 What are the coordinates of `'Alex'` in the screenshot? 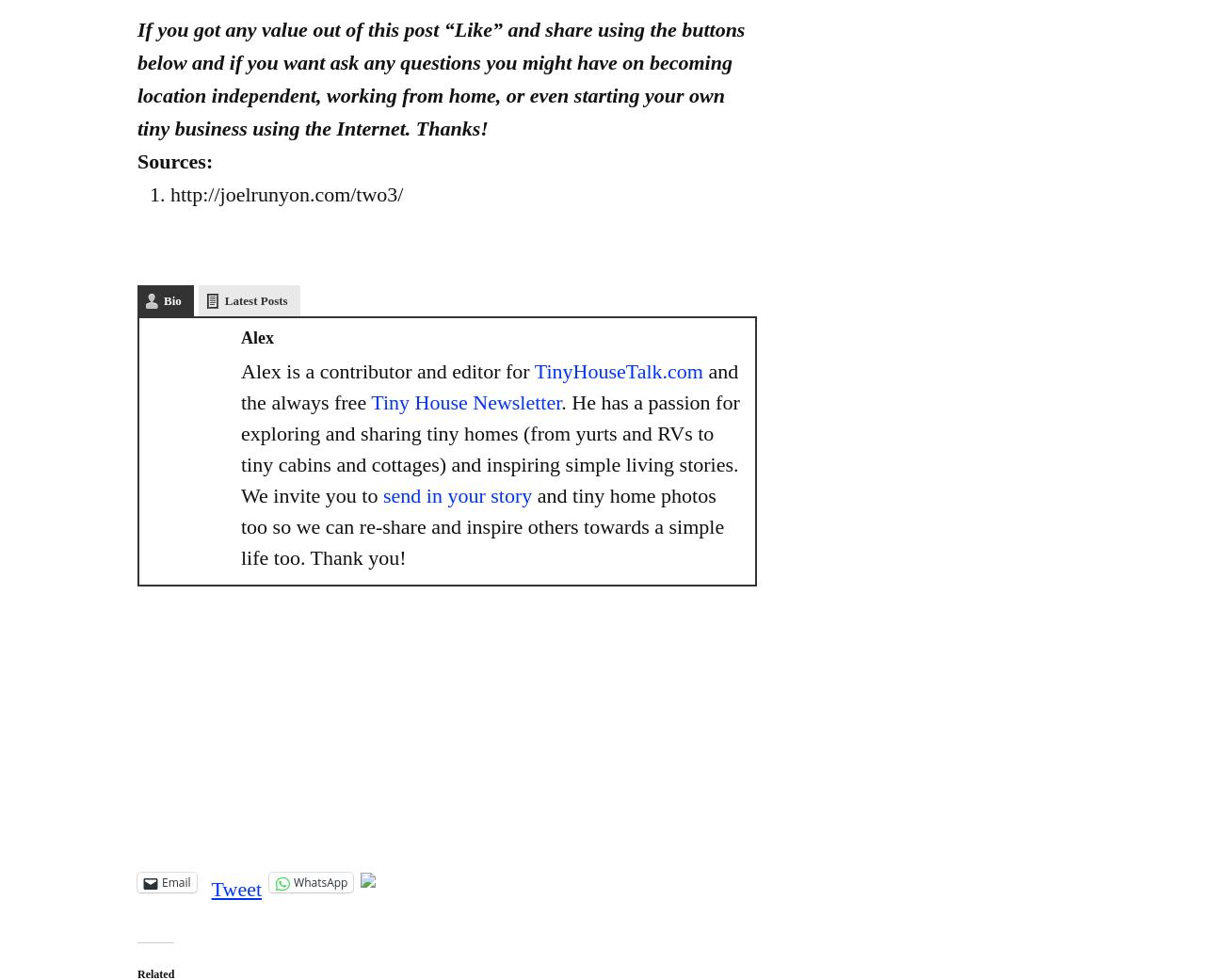 It's located at (239, 338).